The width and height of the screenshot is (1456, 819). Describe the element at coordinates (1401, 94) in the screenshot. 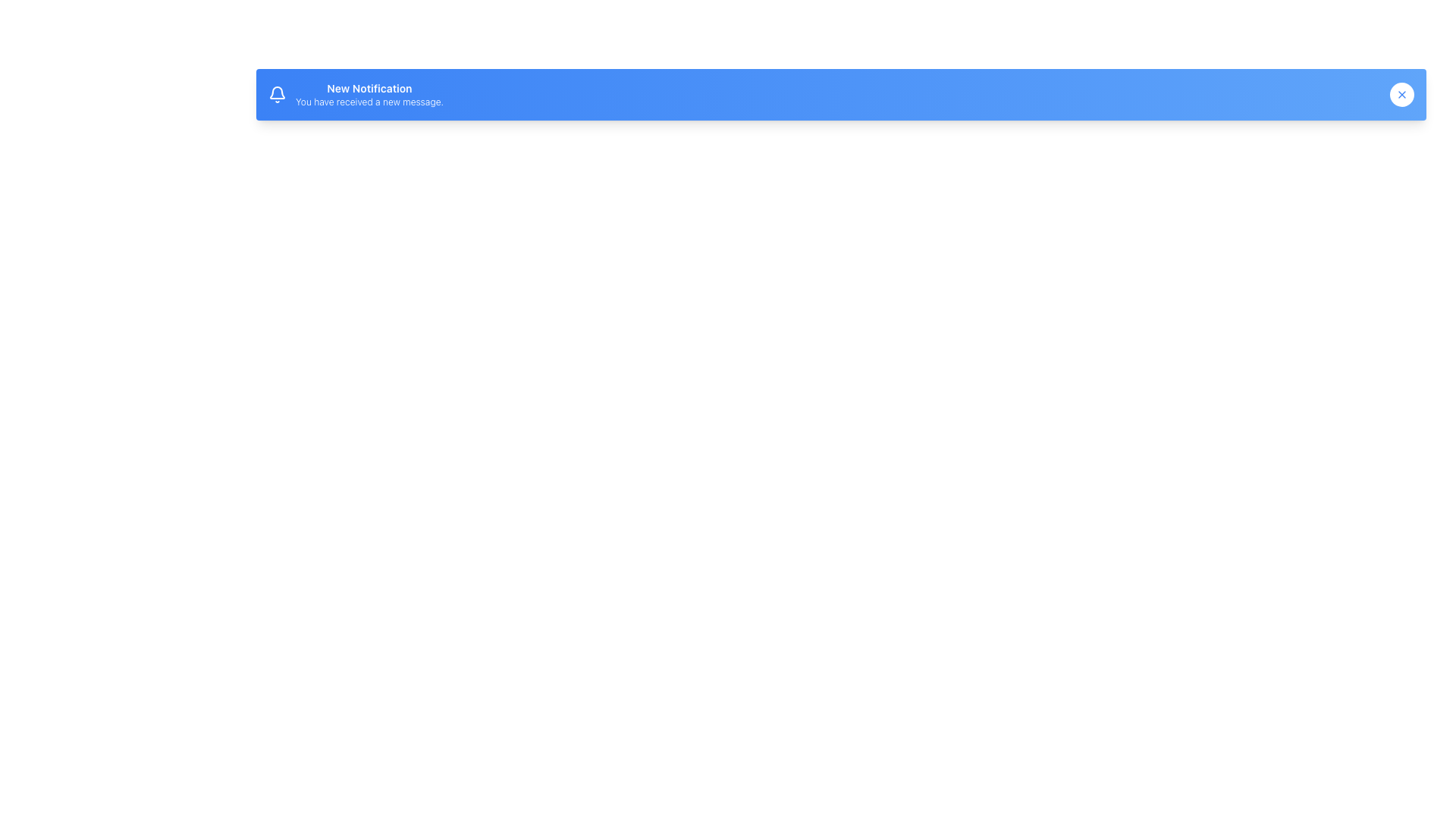

I see `the close button located at the far right end of the notification bar` at that location.